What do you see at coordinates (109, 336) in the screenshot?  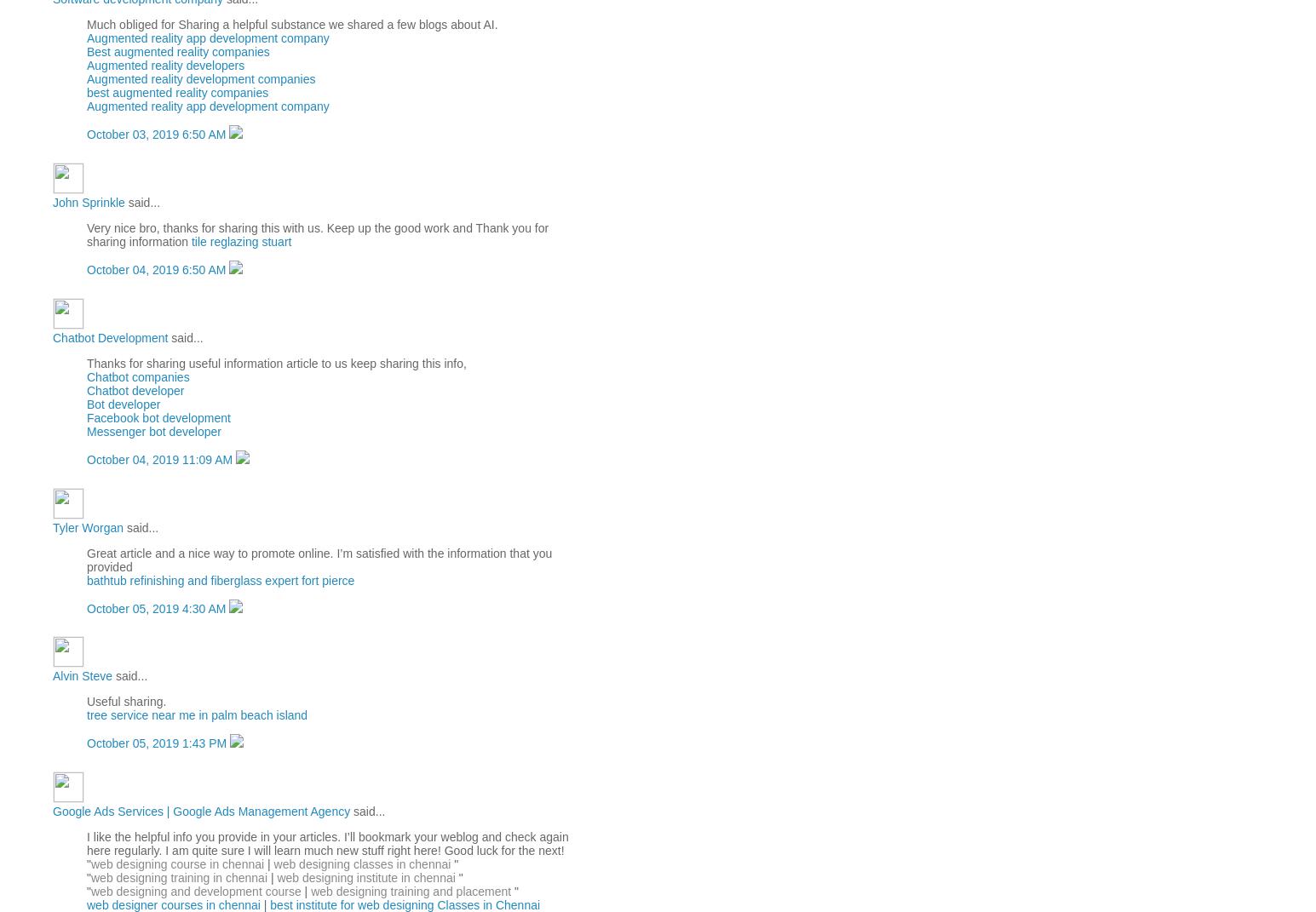 I see `'Chatbot Development'` at bounding box center [109, 336].